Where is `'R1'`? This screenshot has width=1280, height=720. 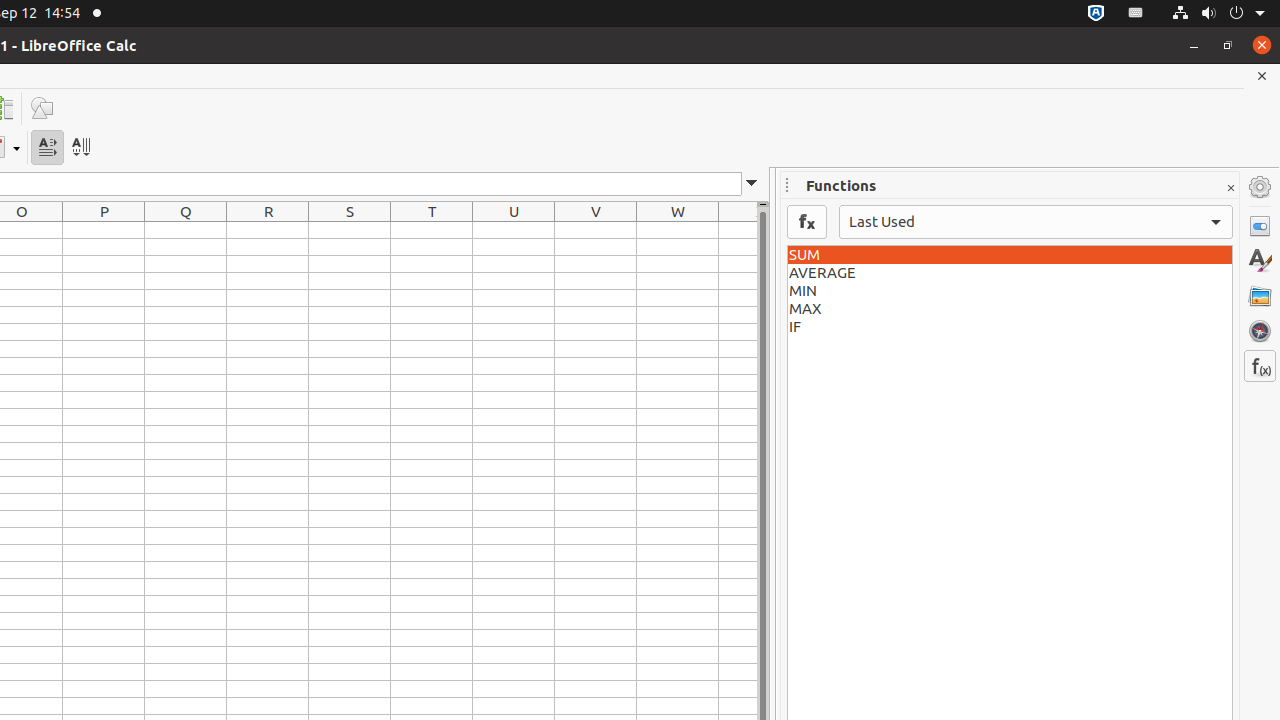
'R1' is located at coordinates (267, 229).